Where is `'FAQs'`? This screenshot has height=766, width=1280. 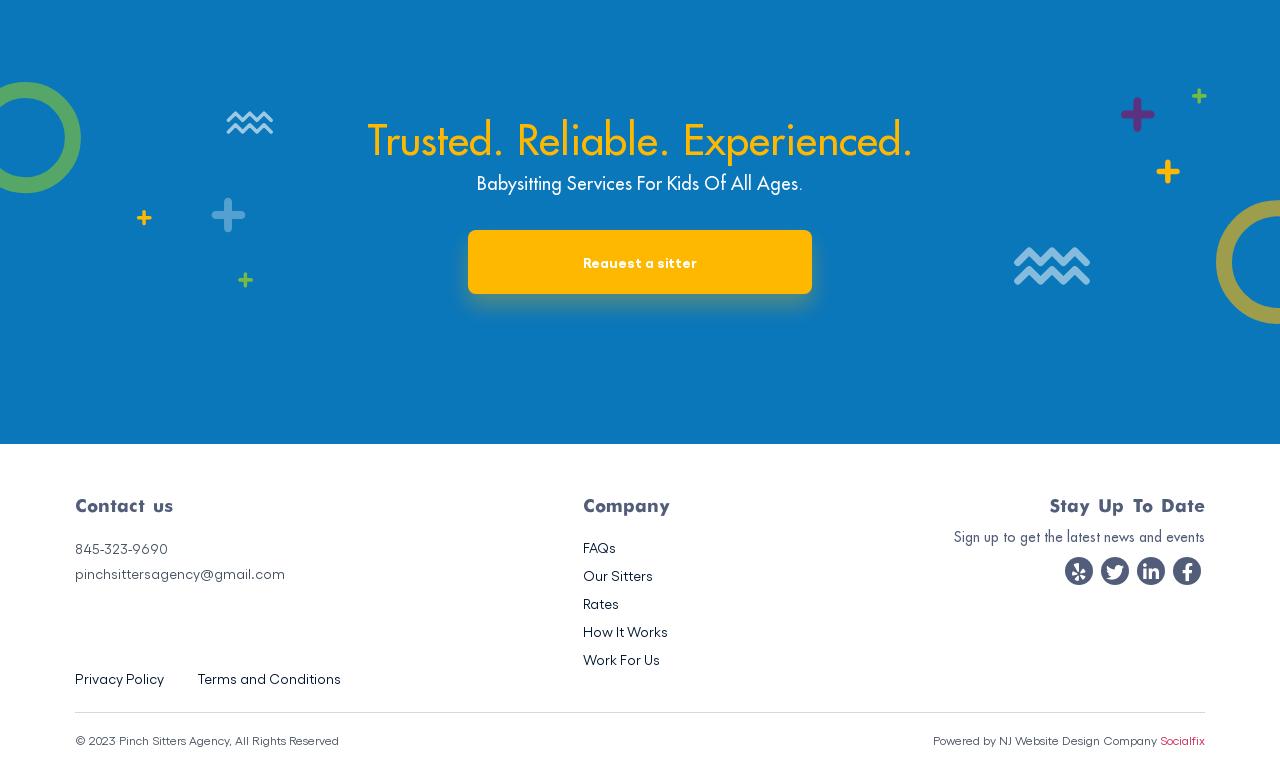 'FAQs' is located at coordinates (597, 546).